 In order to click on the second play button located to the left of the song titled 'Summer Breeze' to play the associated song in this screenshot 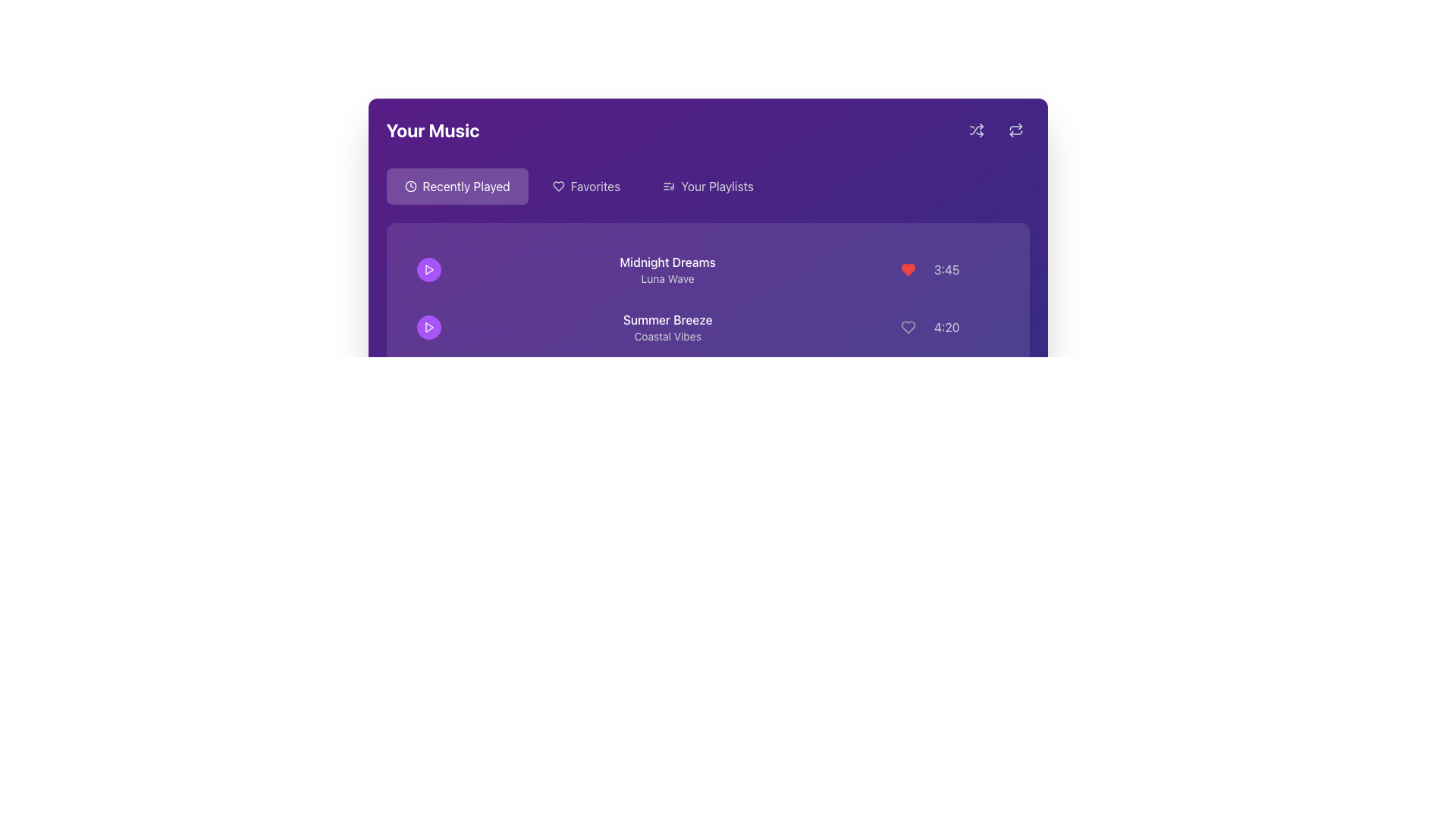, I will do `click(428, 327)`.